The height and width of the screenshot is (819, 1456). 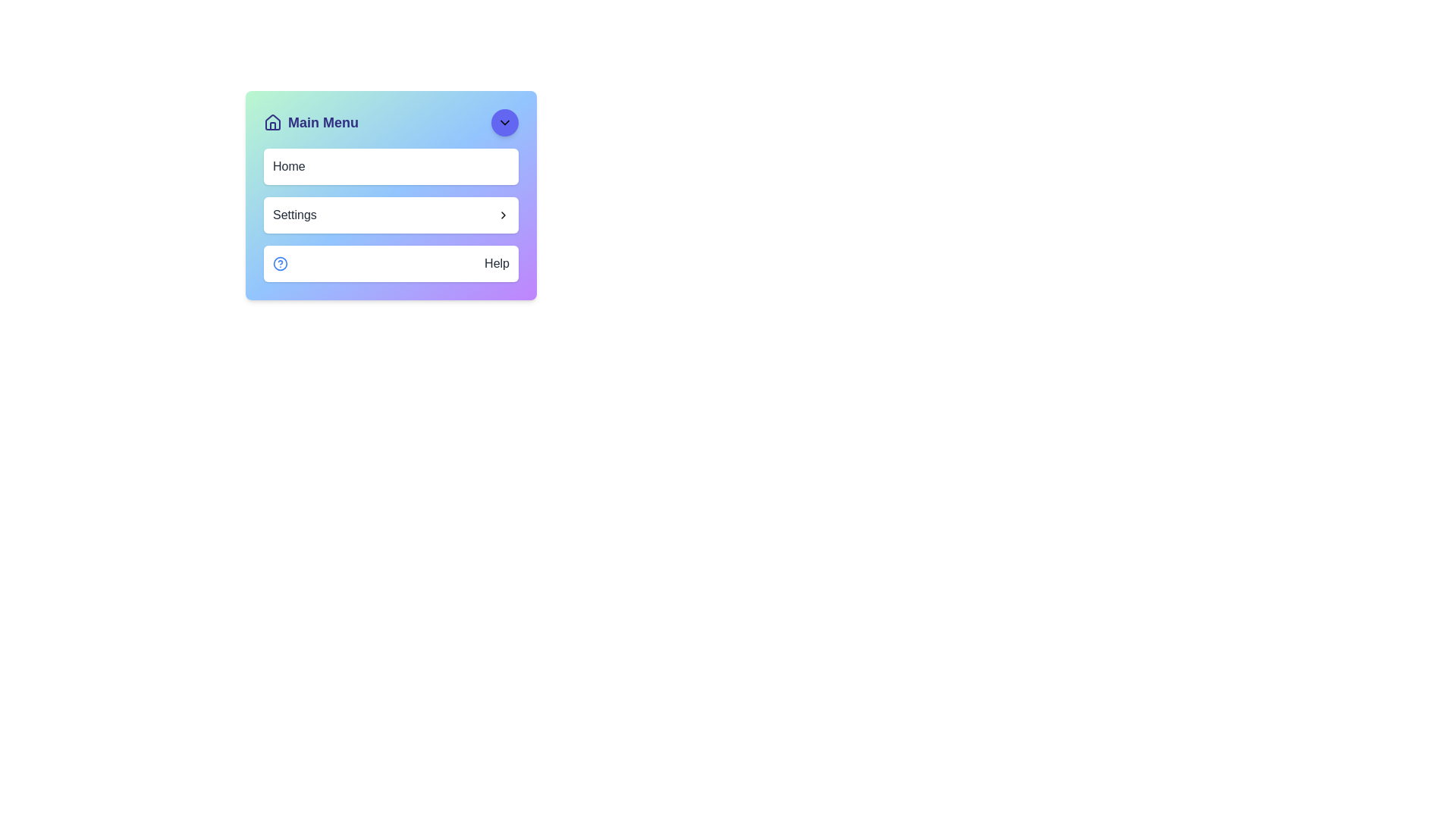 What do you see at coordinates (280, 262) in the screenshot?
I see `the inner circular stroke of the blue help icon located to the left of the 'Help' label in the navigation component` at bounding box center [280, 262].